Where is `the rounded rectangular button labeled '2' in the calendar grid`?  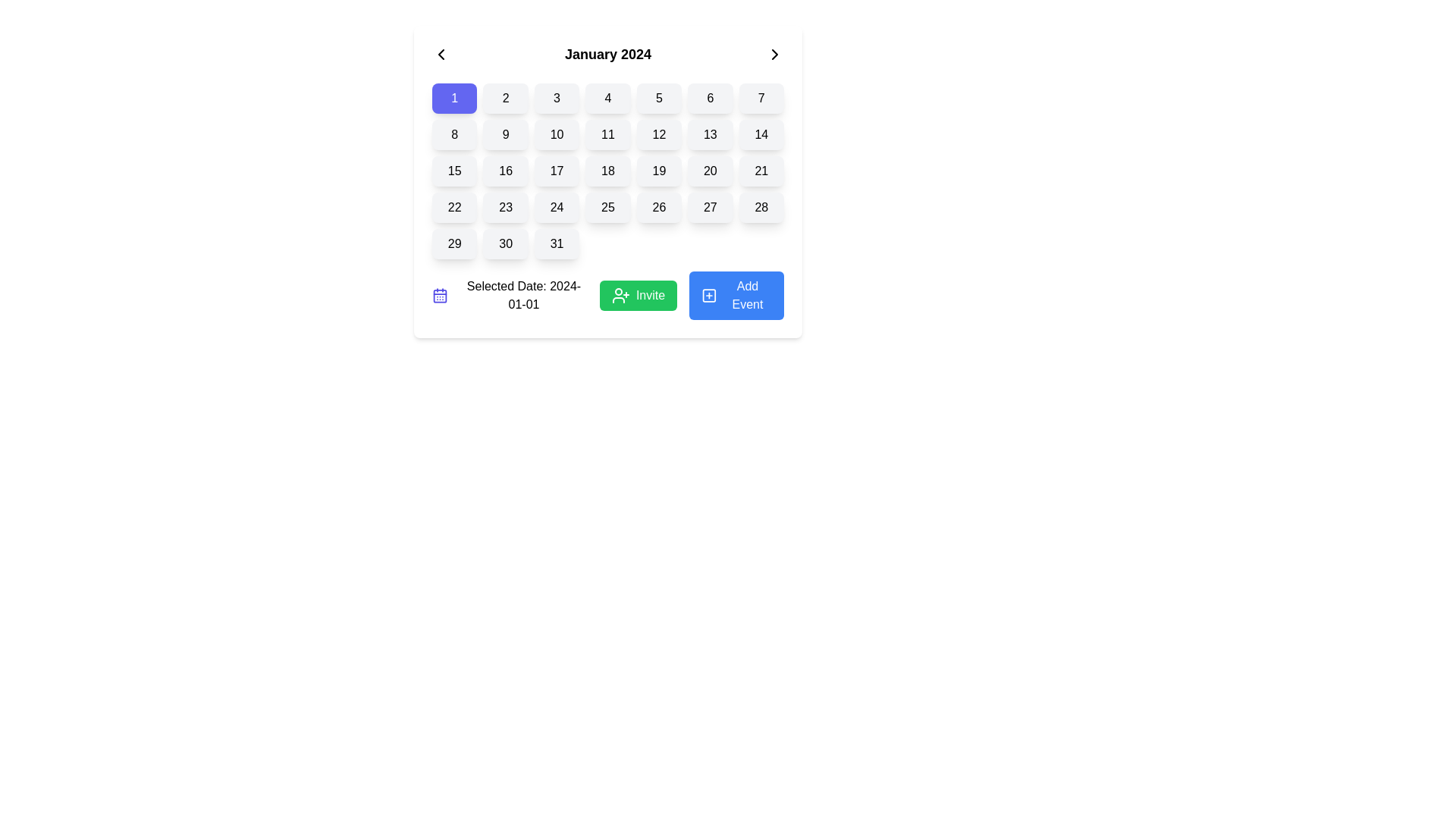
the rounded rectangular button labeled '2' in the calendar grid is located at coordinates (506, 99).